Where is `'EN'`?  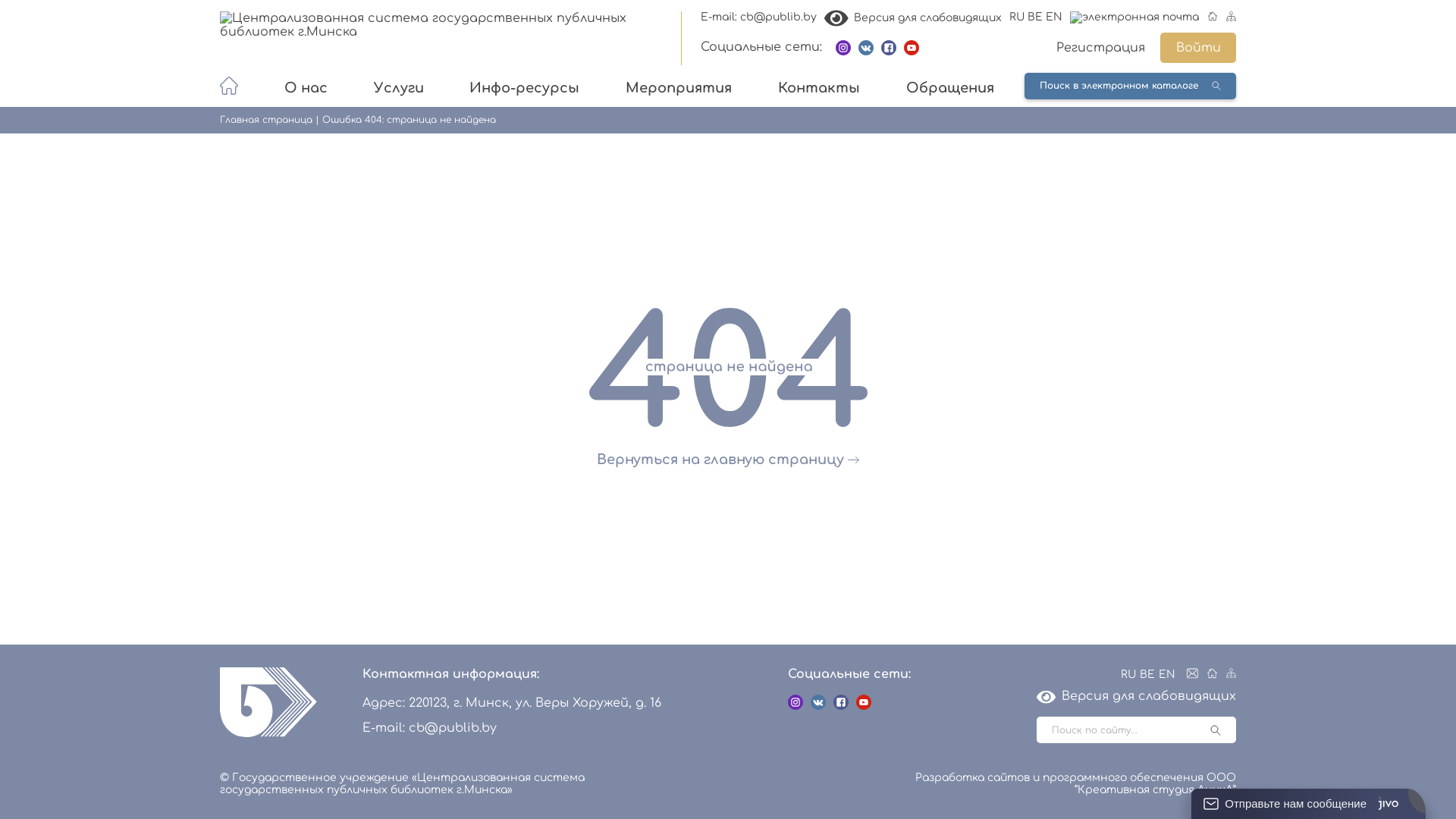 'EN' is located at coordinates (1166, 673).